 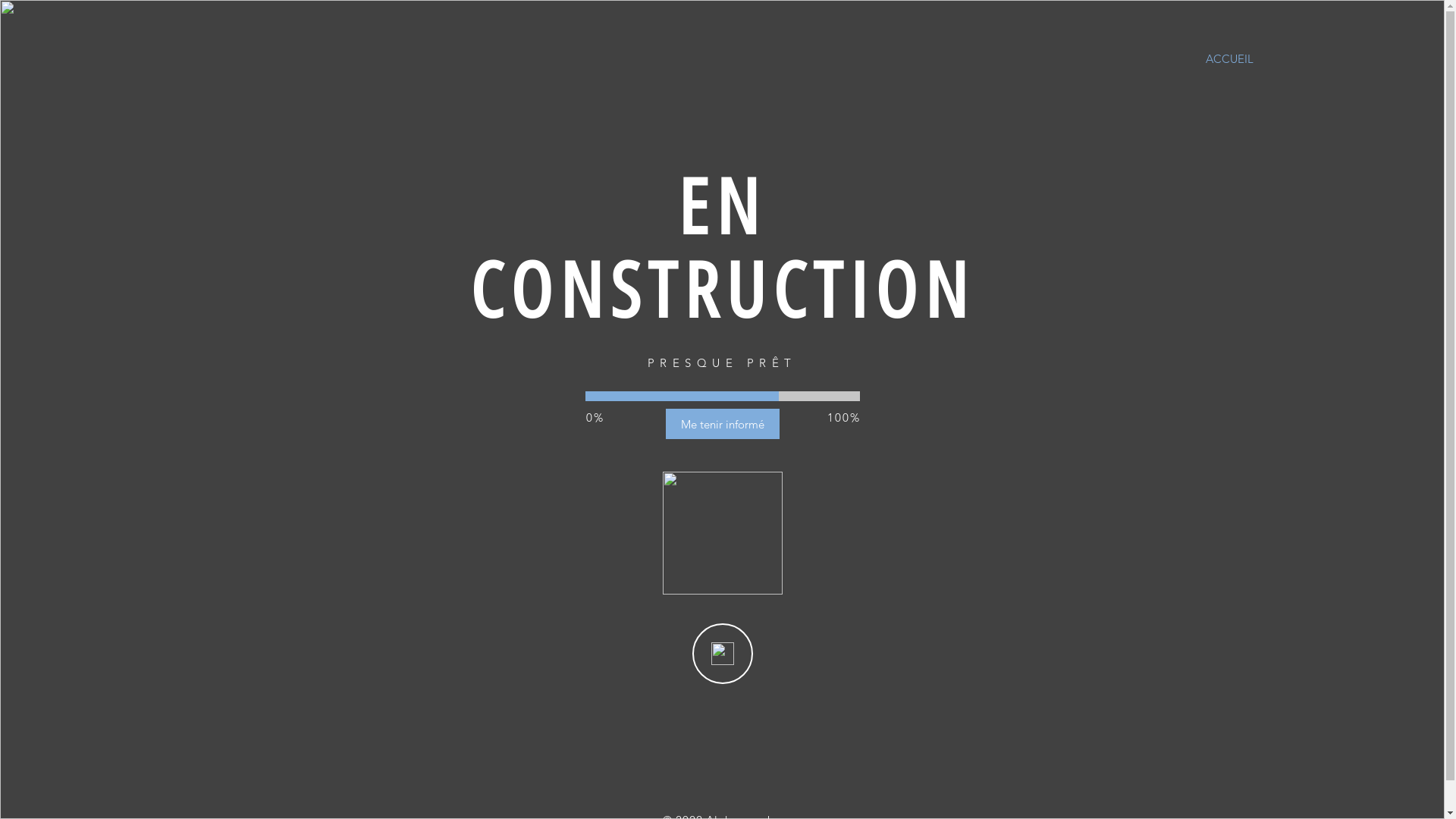 I want to click on 'EnjoyTheSilence copie.png', so click(x=662, y=532).